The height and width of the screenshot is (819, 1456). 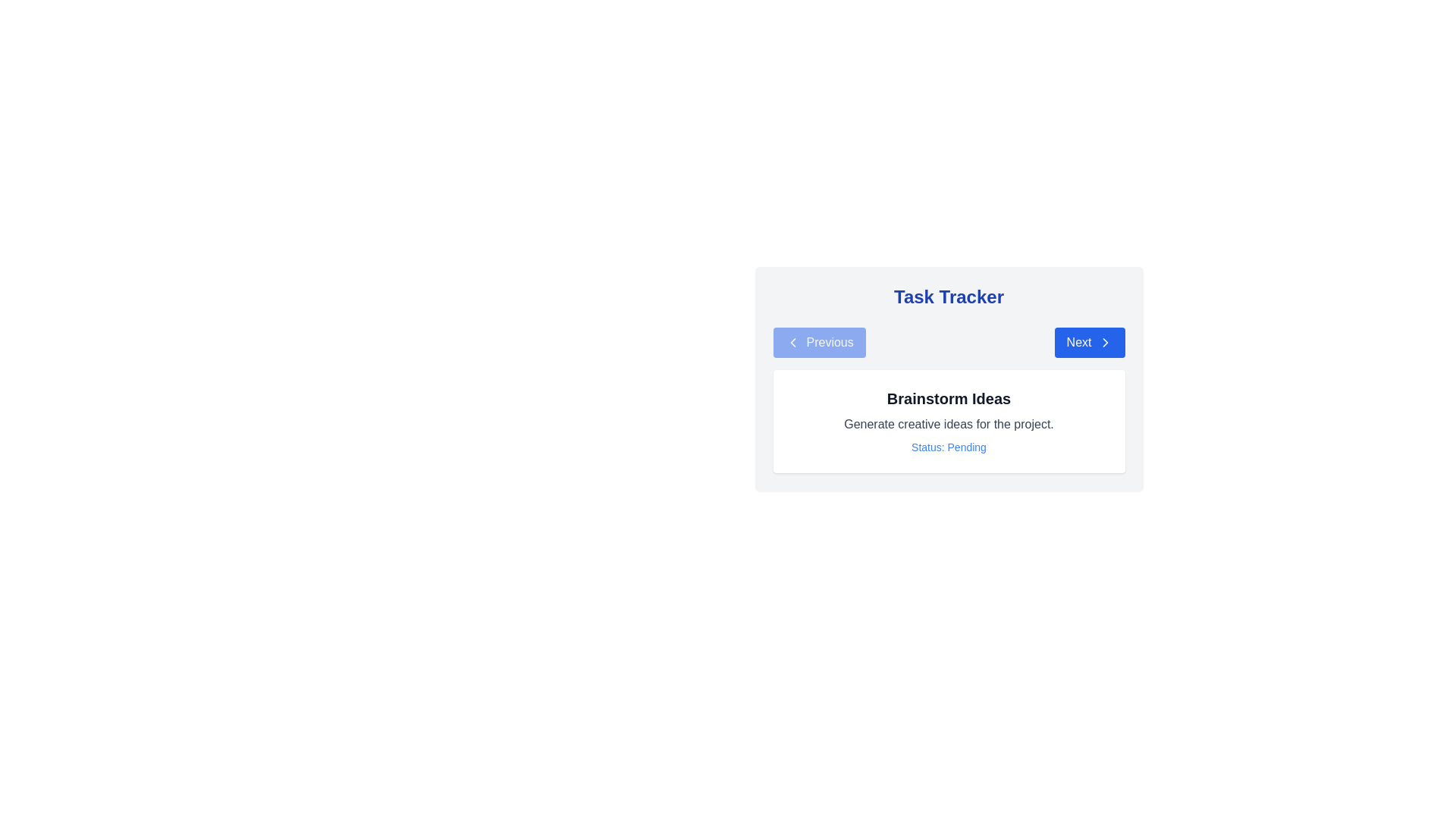 I want to click on the 'Next' button that contains the right-facing chevron icon, which is located on the right side of the horizontal layout beneath the title 'Task Tracker', so click(x=1105, y=342).